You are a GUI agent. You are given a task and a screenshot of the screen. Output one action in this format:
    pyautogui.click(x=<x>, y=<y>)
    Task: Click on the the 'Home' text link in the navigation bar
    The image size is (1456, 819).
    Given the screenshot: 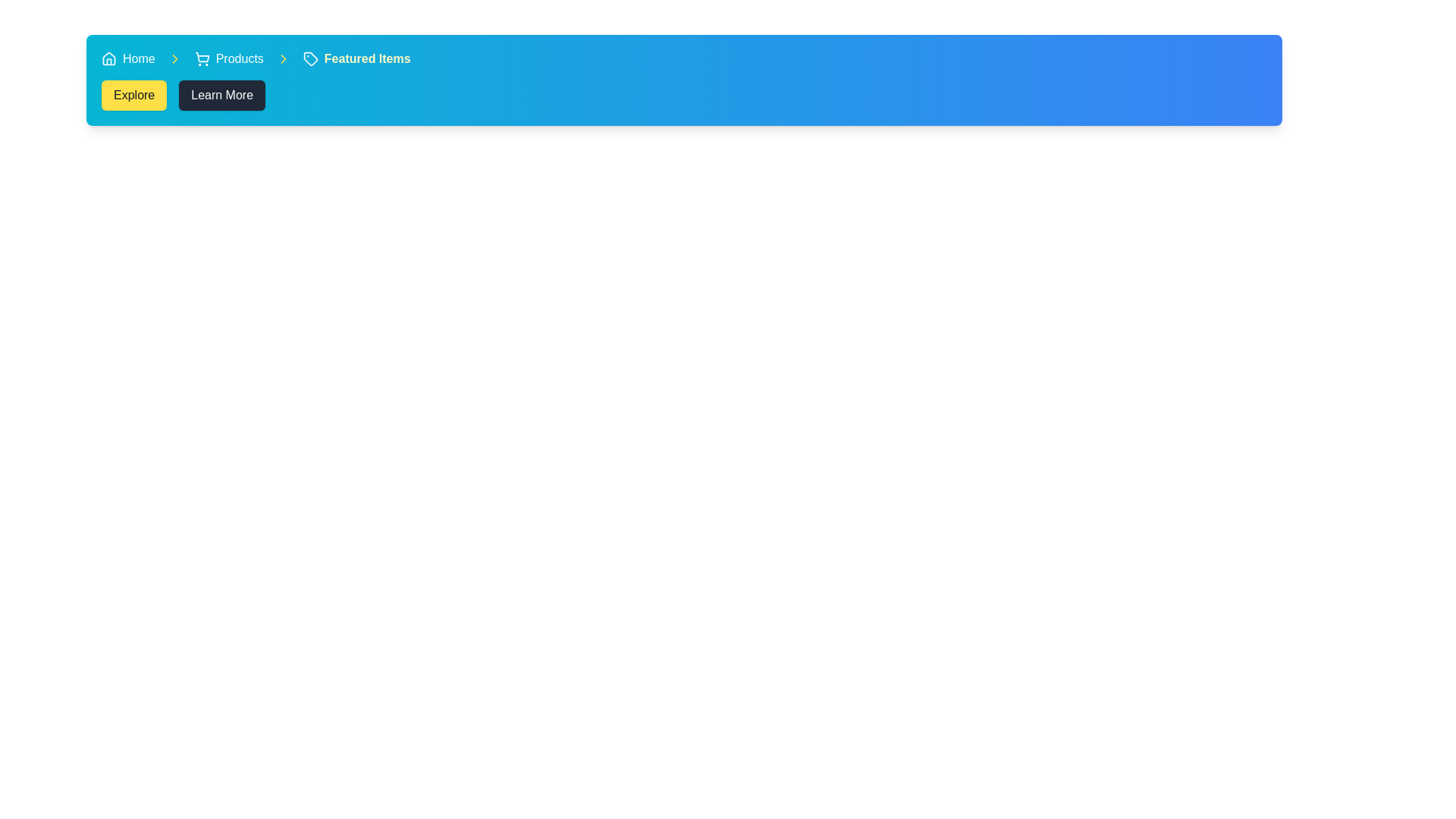 What is the action you would take?
    pyautogui.click(x=139, y=58)
    